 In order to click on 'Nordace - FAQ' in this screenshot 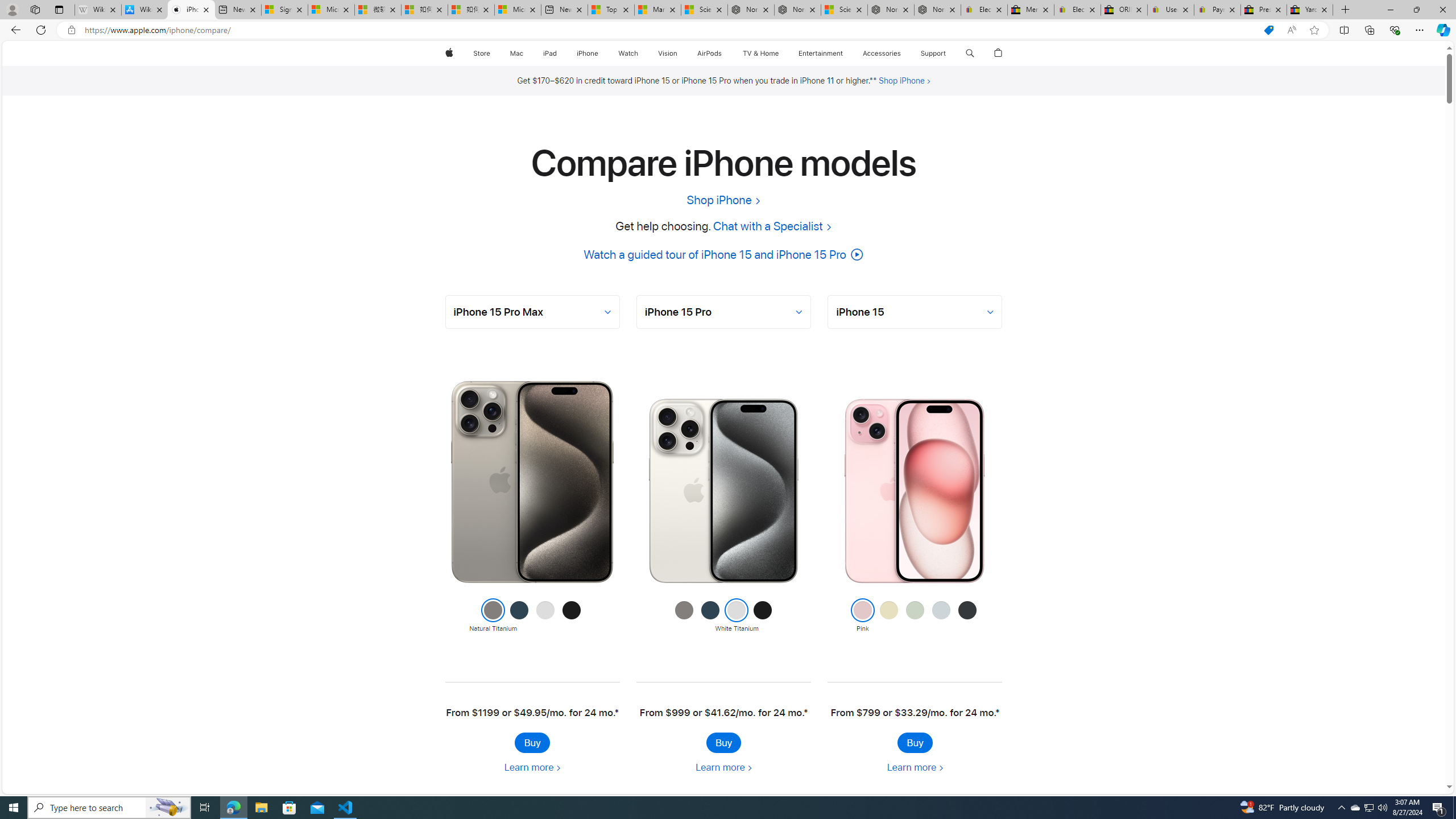, I will do `click(937, 9)`.